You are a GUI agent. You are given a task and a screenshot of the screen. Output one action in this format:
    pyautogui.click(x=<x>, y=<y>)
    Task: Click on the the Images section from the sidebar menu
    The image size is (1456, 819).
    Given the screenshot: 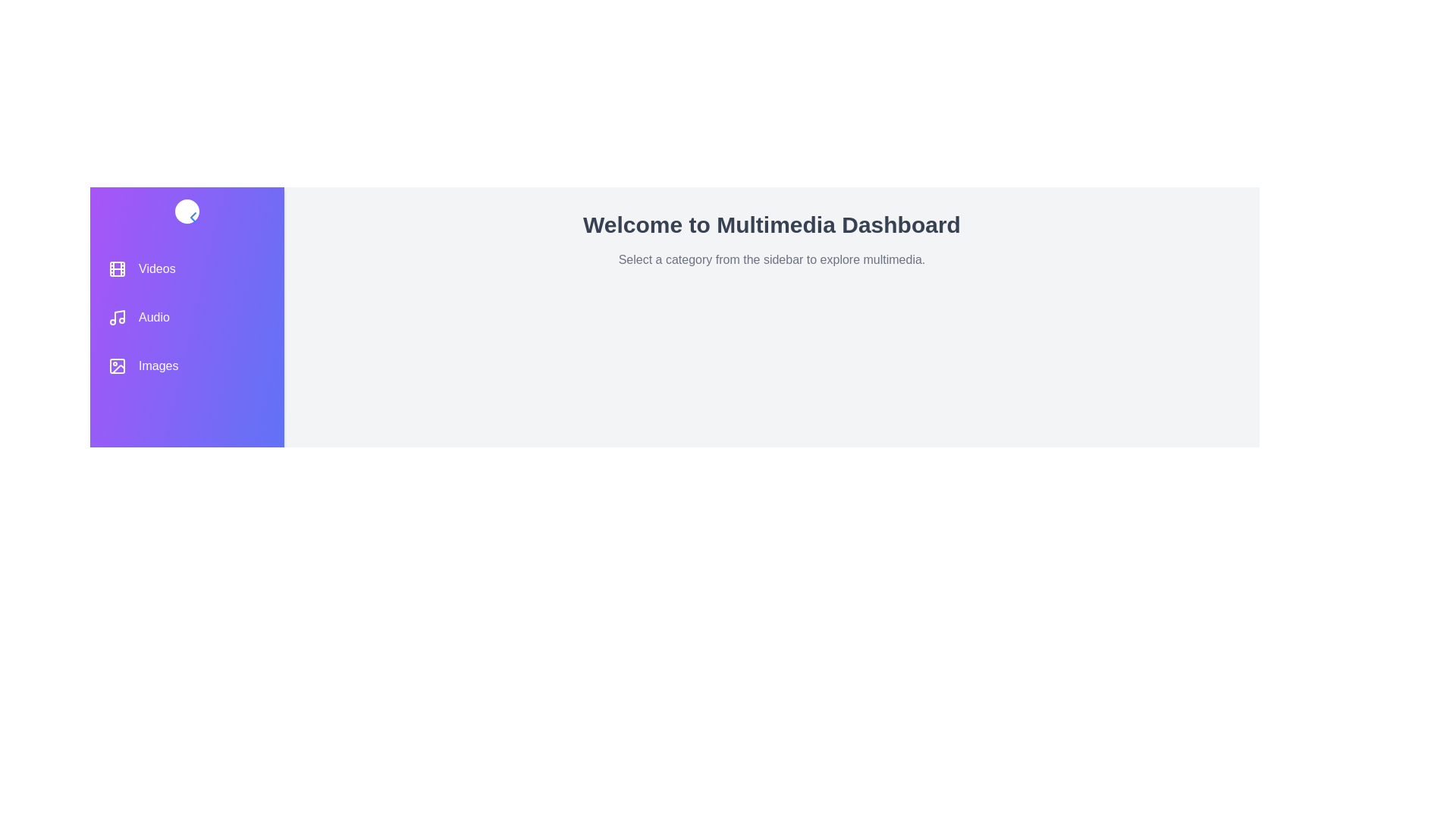 What is the action you would take?
    pyautogui.click(x=186, y=366)
    